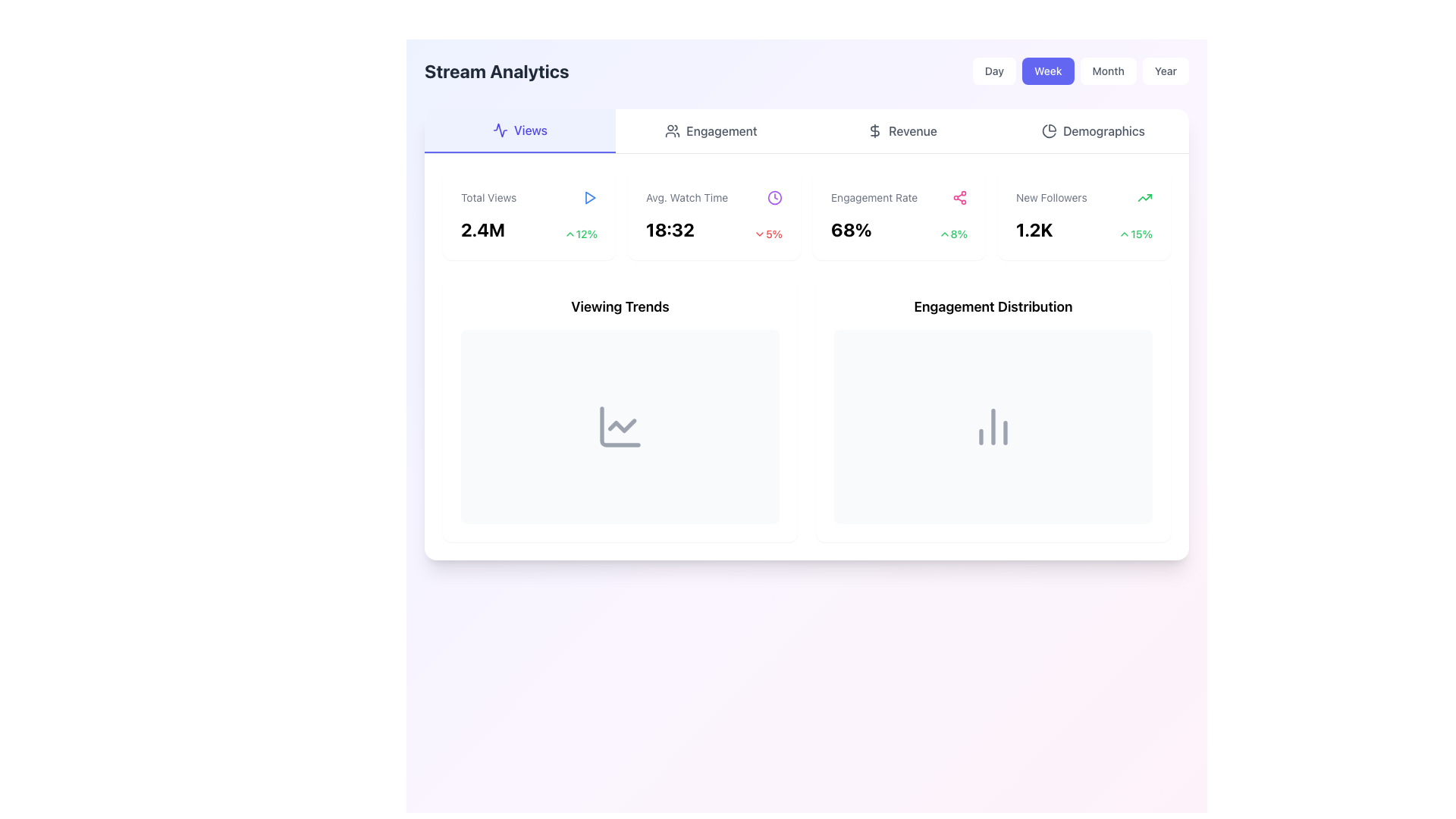  What do you see at coordinates (520, 130) in the screenshot?
I see `the active 'Views' tab, which is the first tab in the navigation bar with a blue text color and a graph-like icon` at bounding box center [520, 130].